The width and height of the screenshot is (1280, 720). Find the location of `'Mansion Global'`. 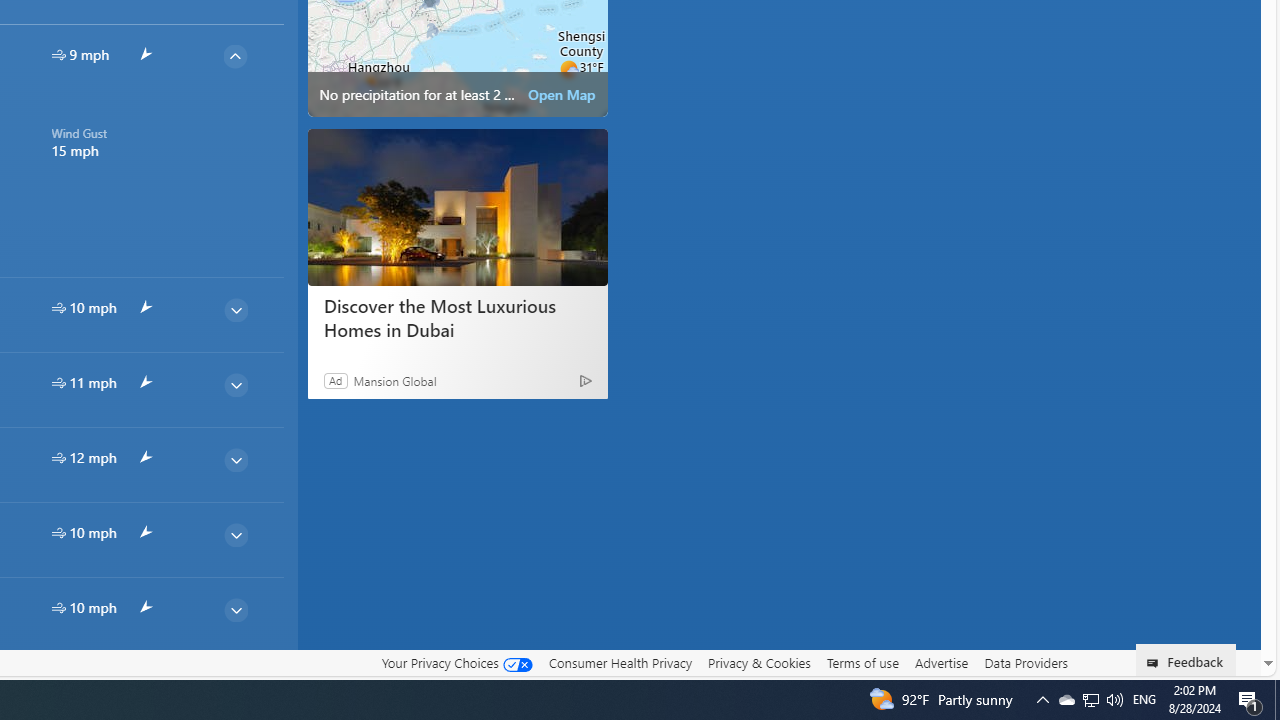

'Mansion Global' is located at coordinates (394, 380).